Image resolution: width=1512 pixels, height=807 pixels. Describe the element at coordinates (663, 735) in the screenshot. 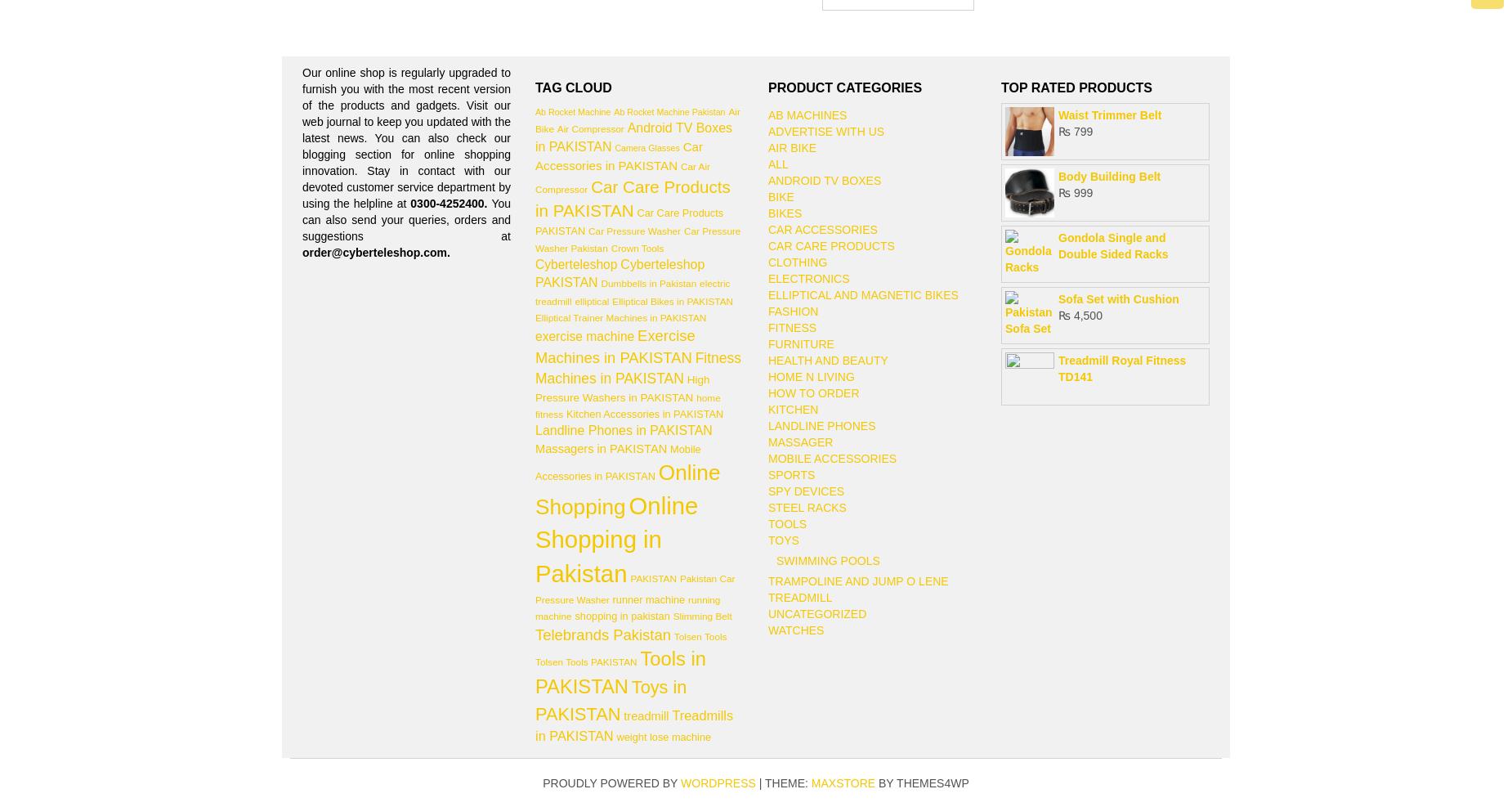

I see `'weight lose machine'` at that location.